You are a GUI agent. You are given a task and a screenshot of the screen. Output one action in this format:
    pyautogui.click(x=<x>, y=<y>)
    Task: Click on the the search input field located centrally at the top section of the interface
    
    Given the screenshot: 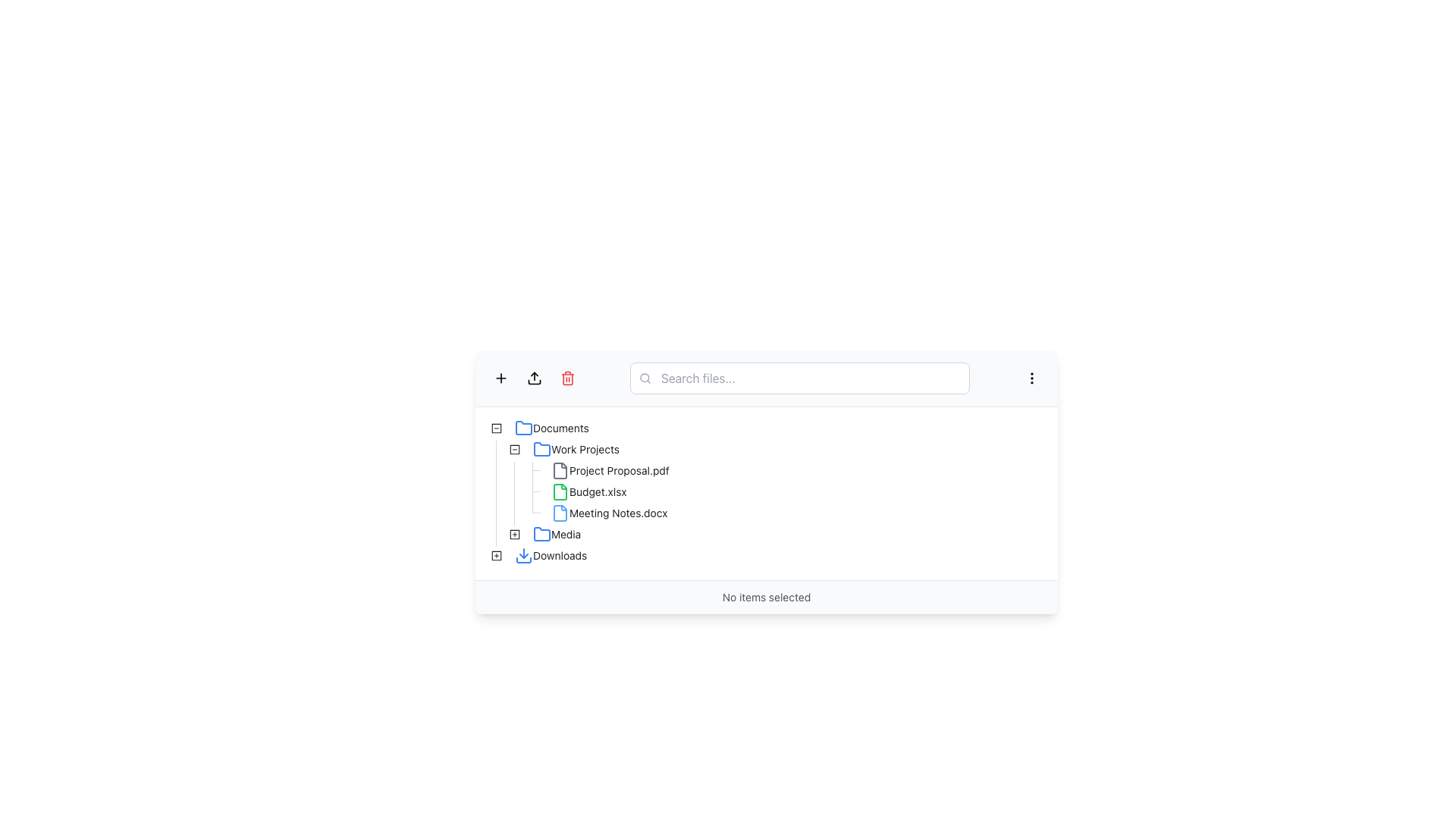 What is the action you would take?
    pyautogui.click(x=799, y=377)
    